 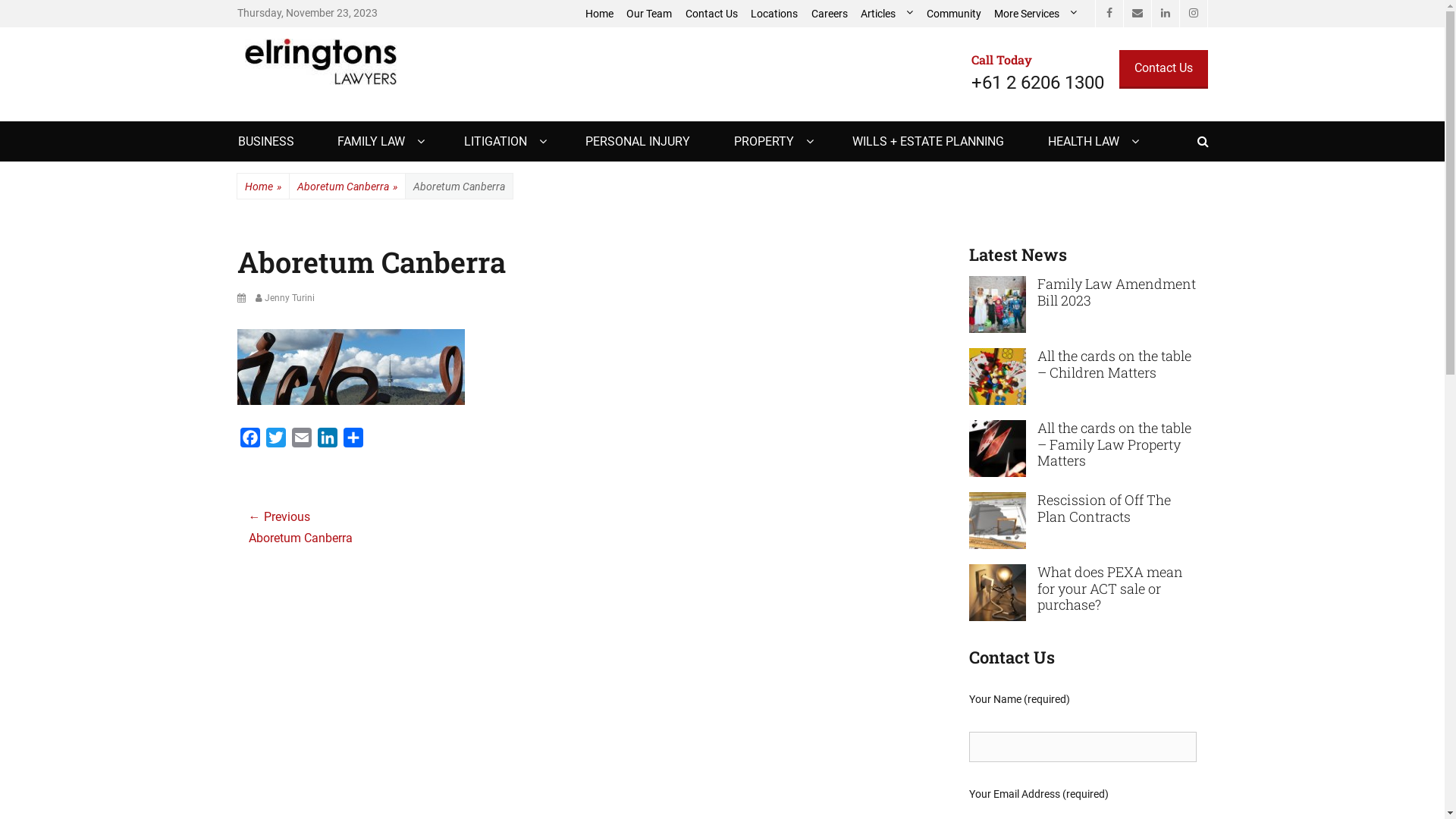 I want to click on 'BUSINESS', so click(x=265, y=141).